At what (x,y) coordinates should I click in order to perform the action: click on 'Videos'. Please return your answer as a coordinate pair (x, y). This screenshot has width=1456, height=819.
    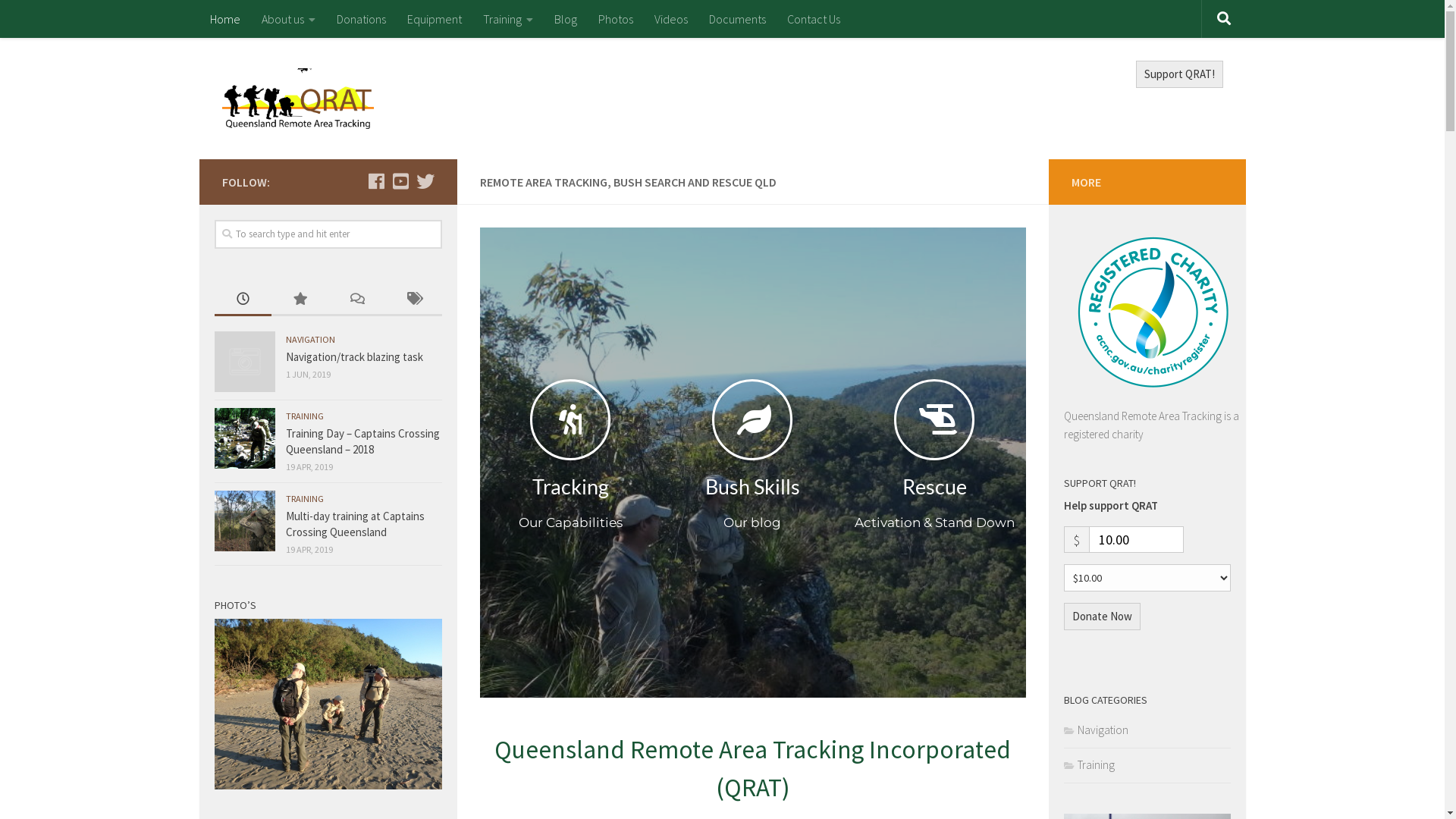
    Looking at the image, I should click on (669, 18).